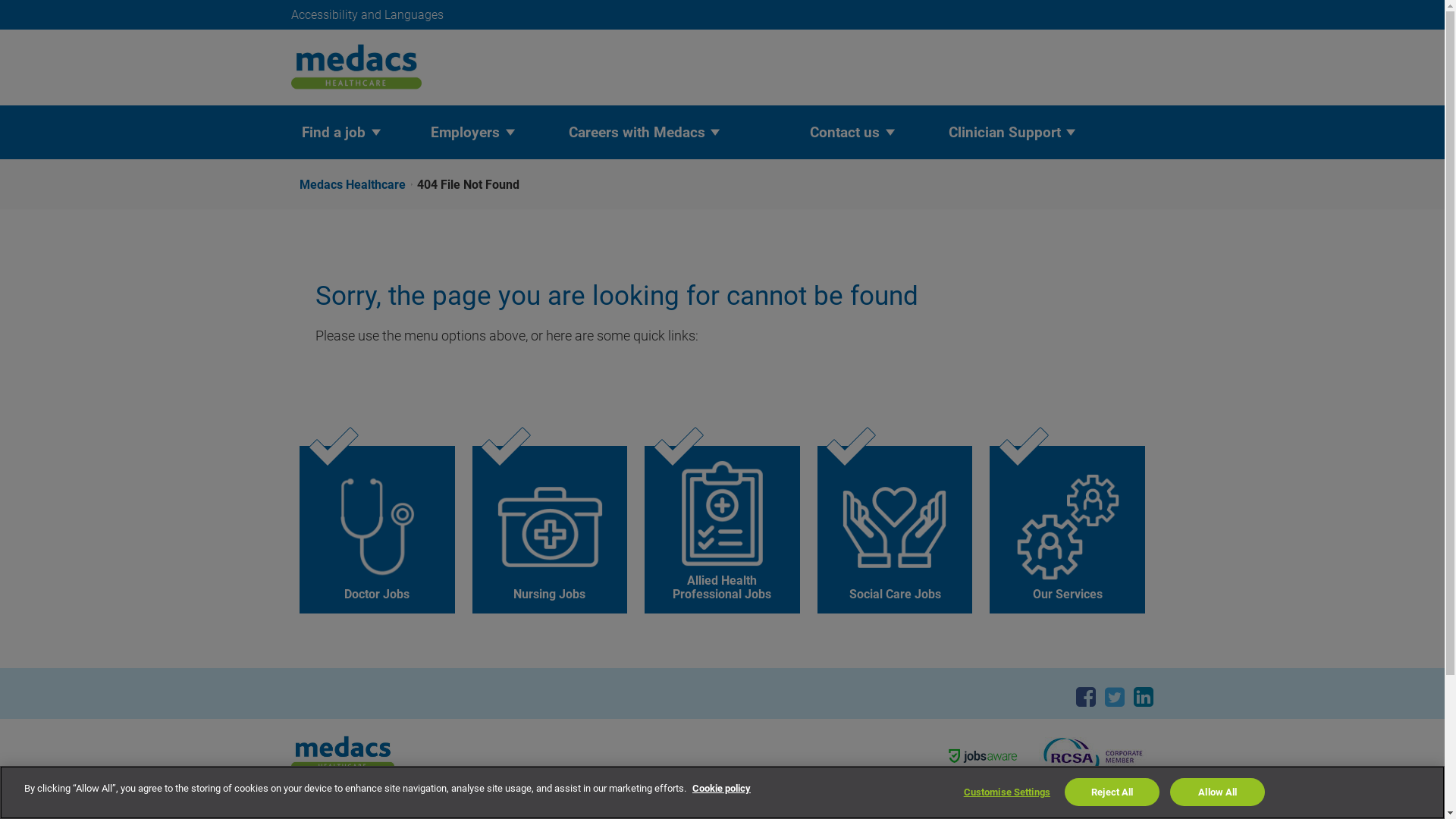 This screenshot has height=819, width=1456. What do you see at coordinates (357, 184) in the screenshot?
I see `'Medacs Healthcare'` at bounding box center [357, 184].